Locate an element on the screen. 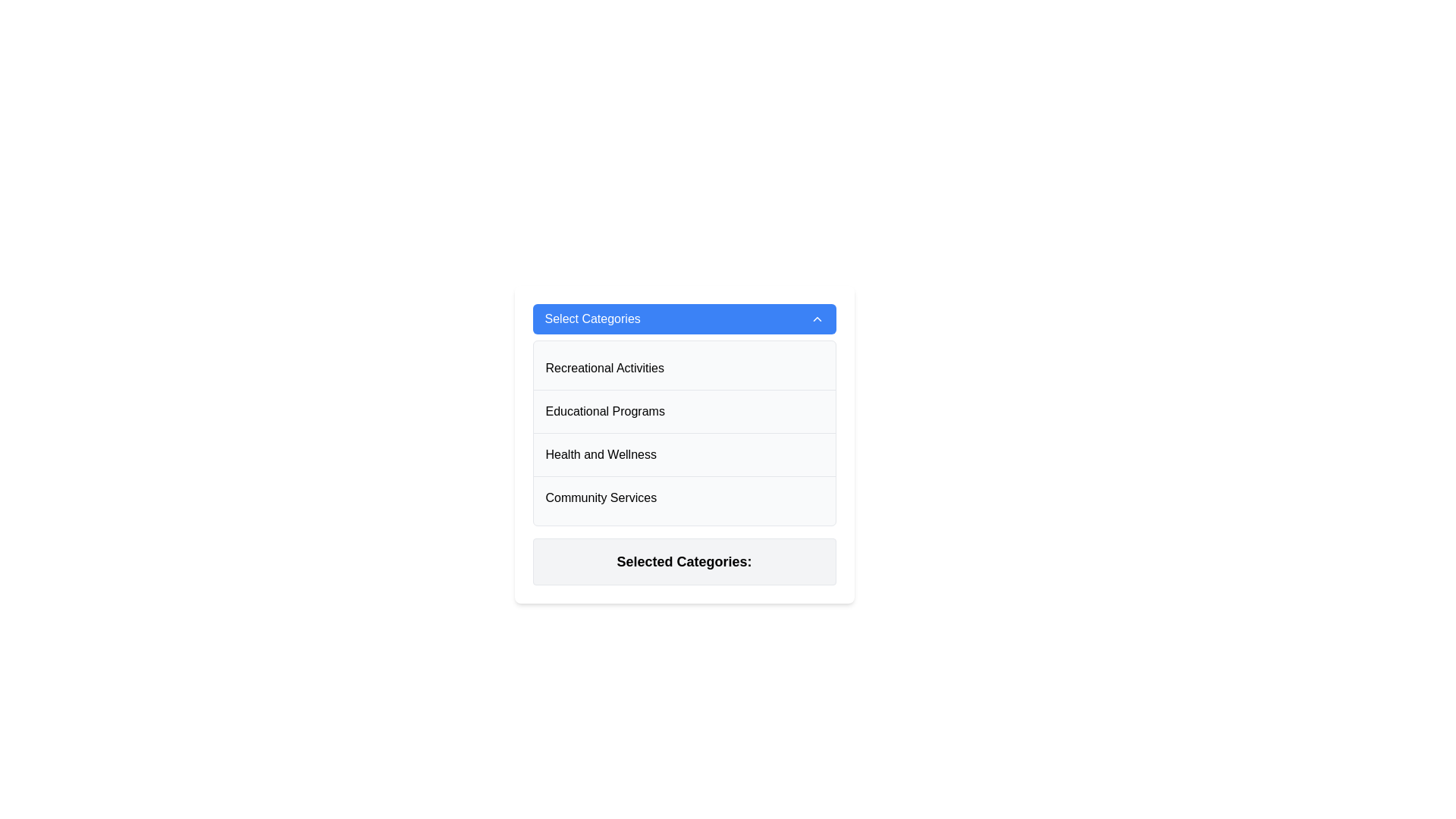  the upward-facing chevron icon located at the far right side of the header area within the blue bar labeled 'Select Categories' is located at coordinates (816, 318).